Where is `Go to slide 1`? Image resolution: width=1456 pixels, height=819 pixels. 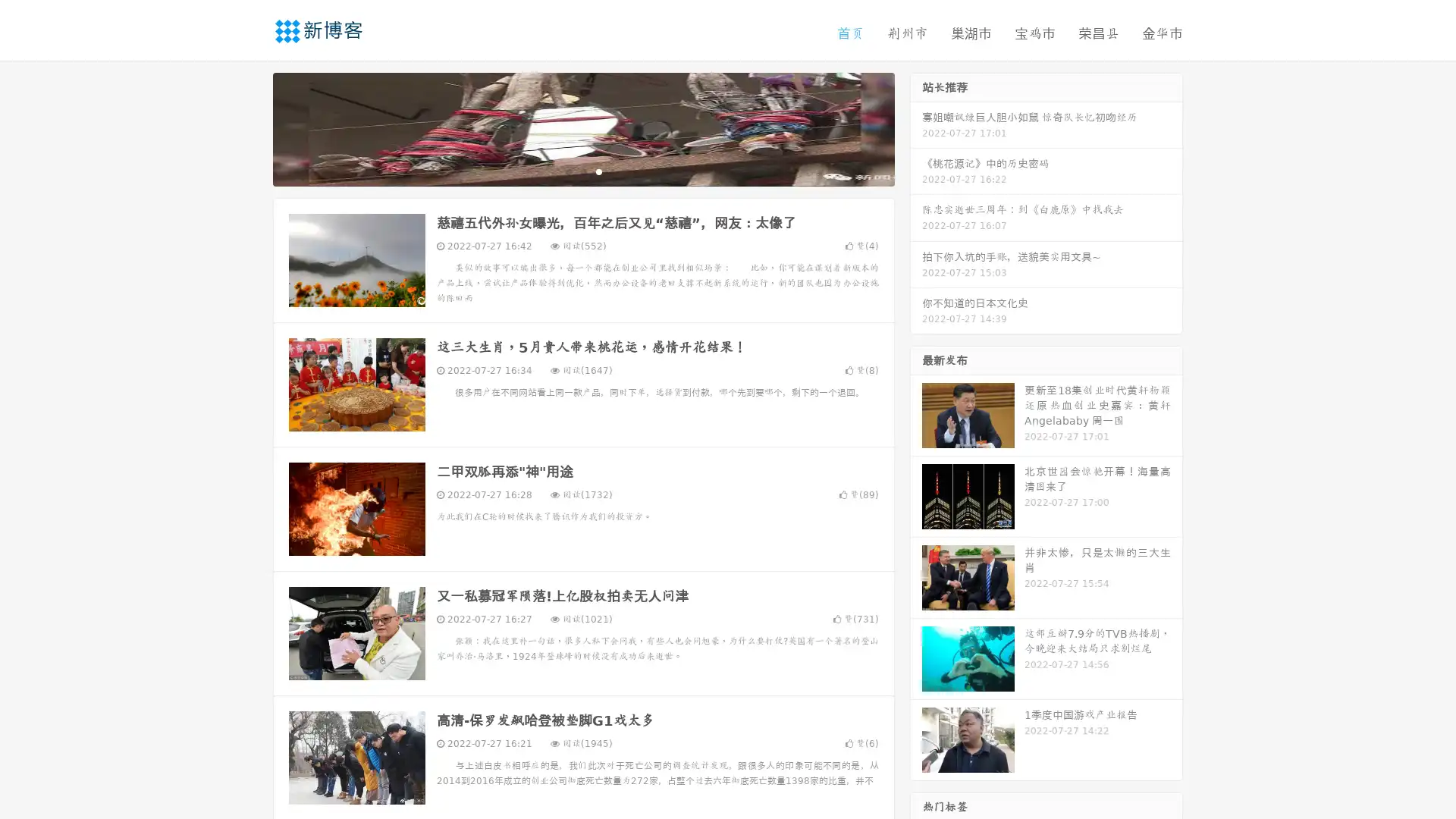
Go to slide 1 is located at coordinates (567, 171).